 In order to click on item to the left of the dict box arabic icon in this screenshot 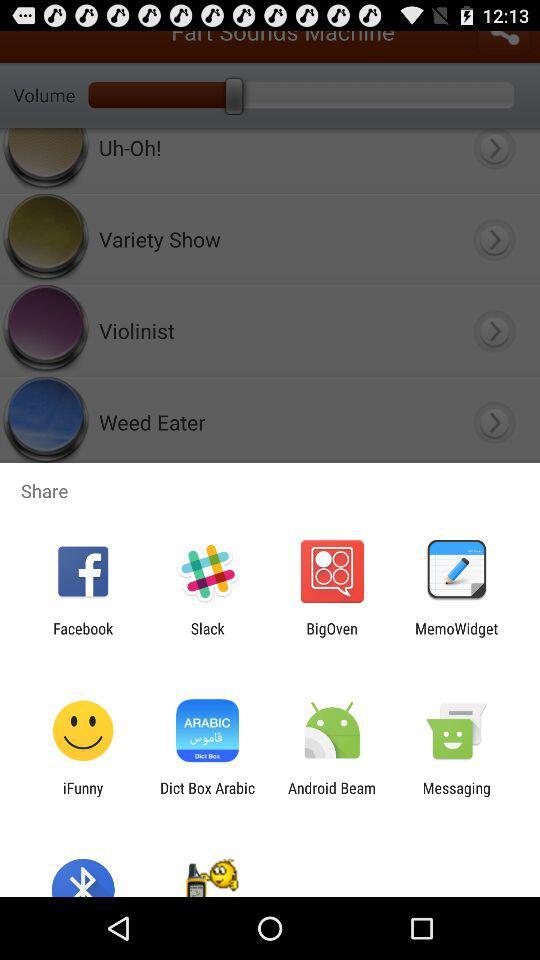, I will do `click(82, 796)`.